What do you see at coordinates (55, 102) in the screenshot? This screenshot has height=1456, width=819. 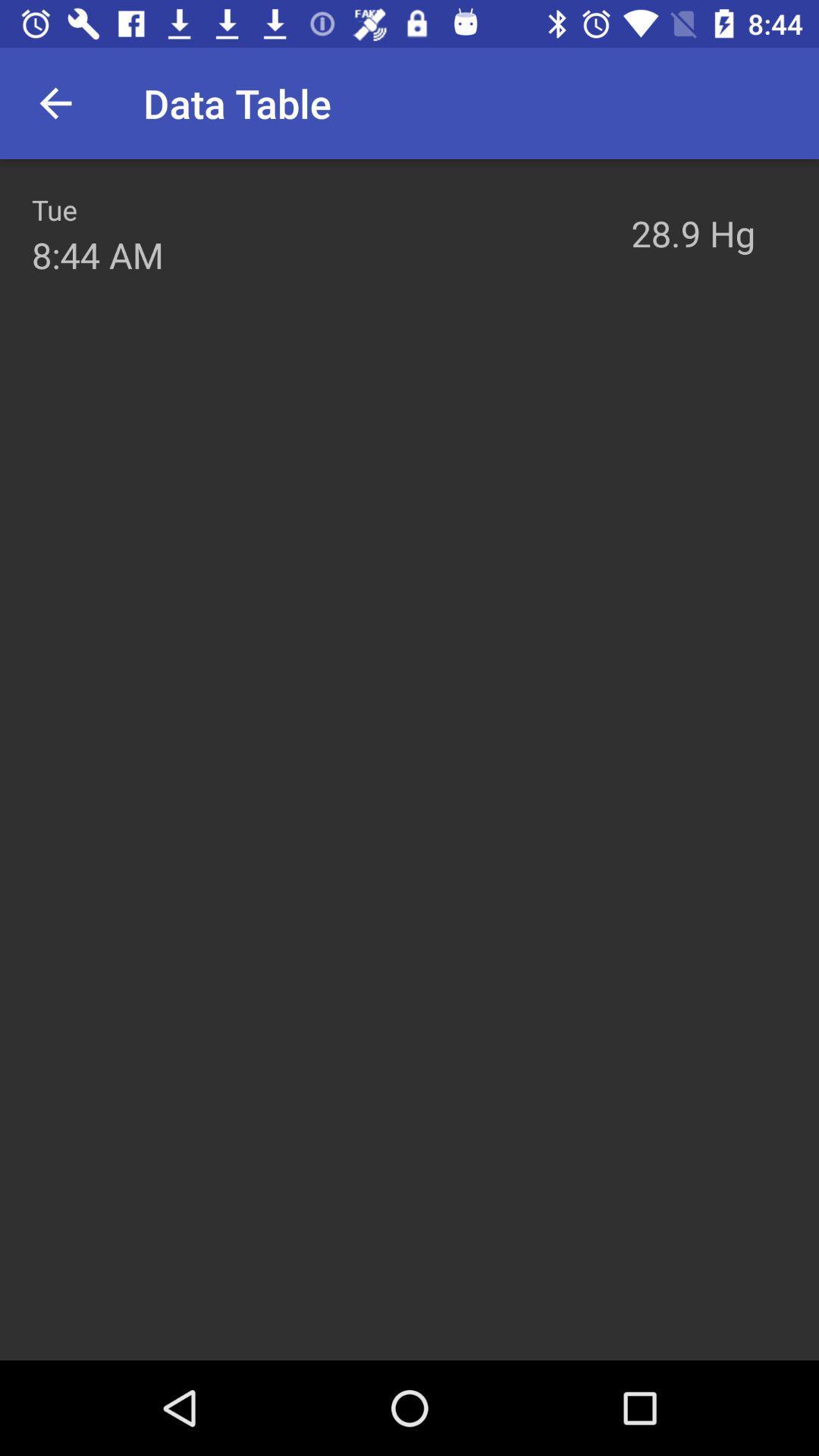 I see `the icon next to data table item` at bounding box center [55, 102].